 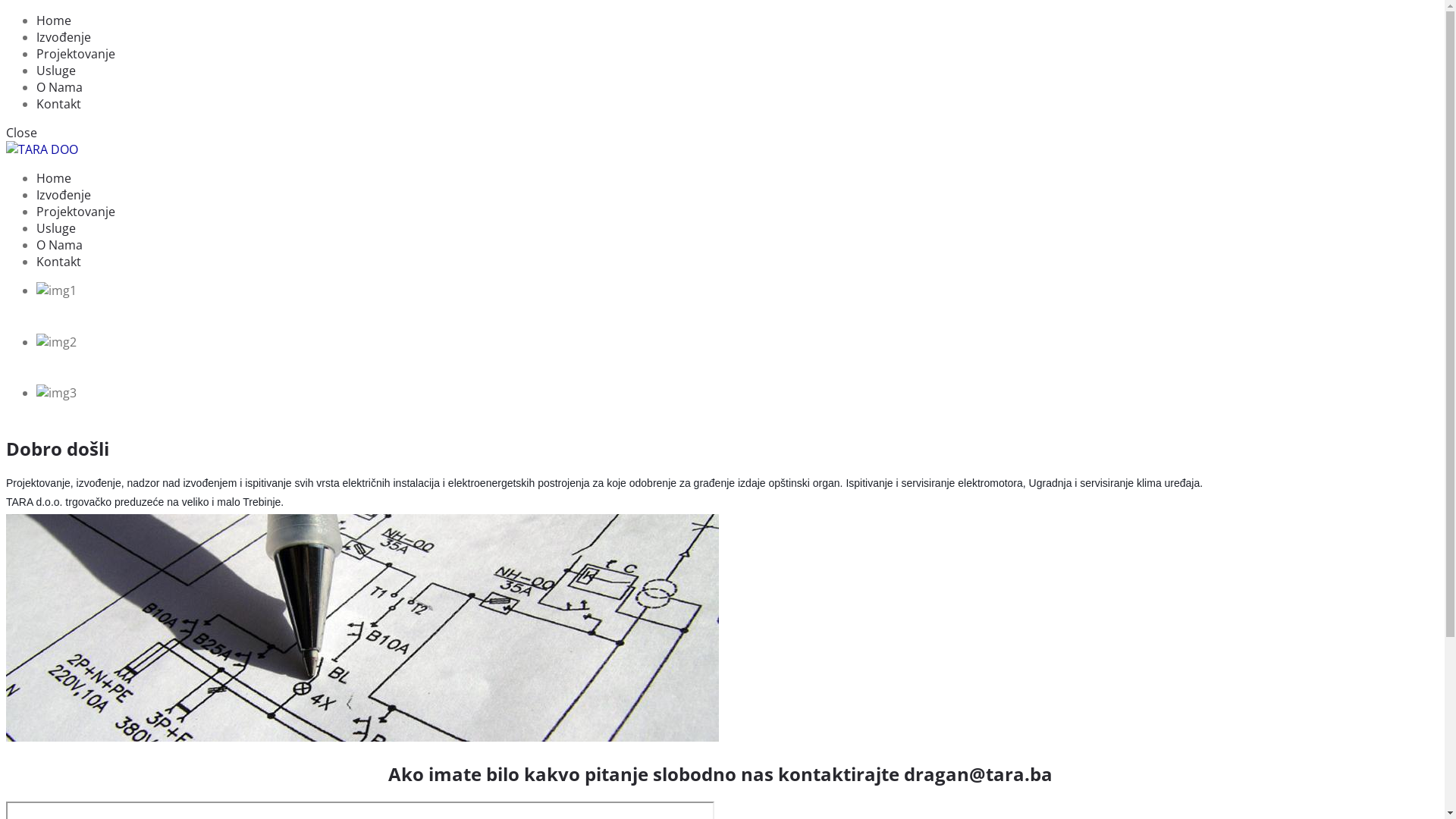 I want to click on 'O Nama', so click(x=59, y=244).